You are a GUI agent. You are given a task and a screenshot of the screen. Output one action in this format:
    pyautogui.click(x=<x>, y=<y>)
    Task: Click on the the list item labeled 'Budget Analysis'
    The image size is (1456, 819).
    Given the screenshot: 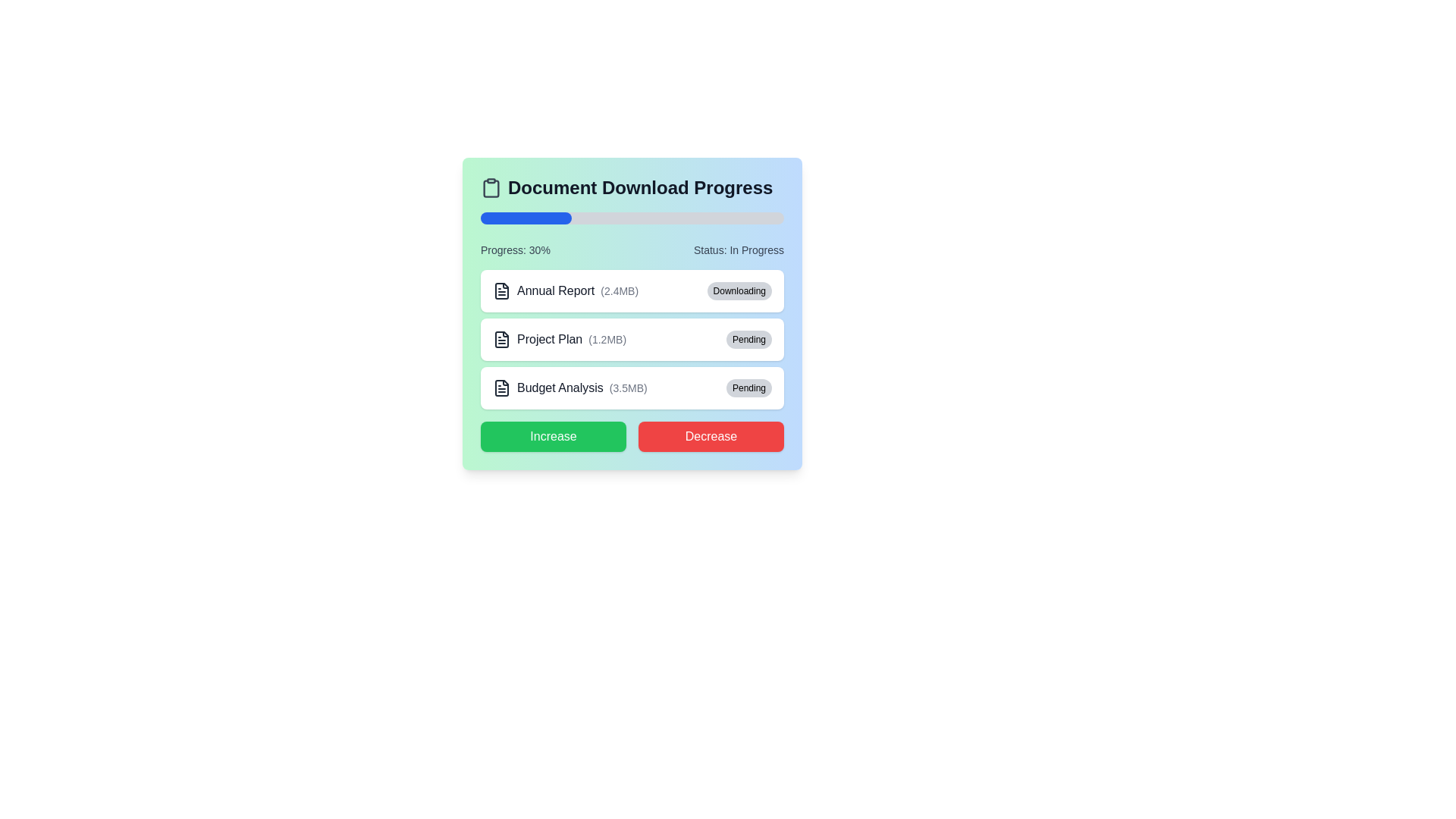 What is the action you would take?
    pyautogui.click(x=569, y=388)
    